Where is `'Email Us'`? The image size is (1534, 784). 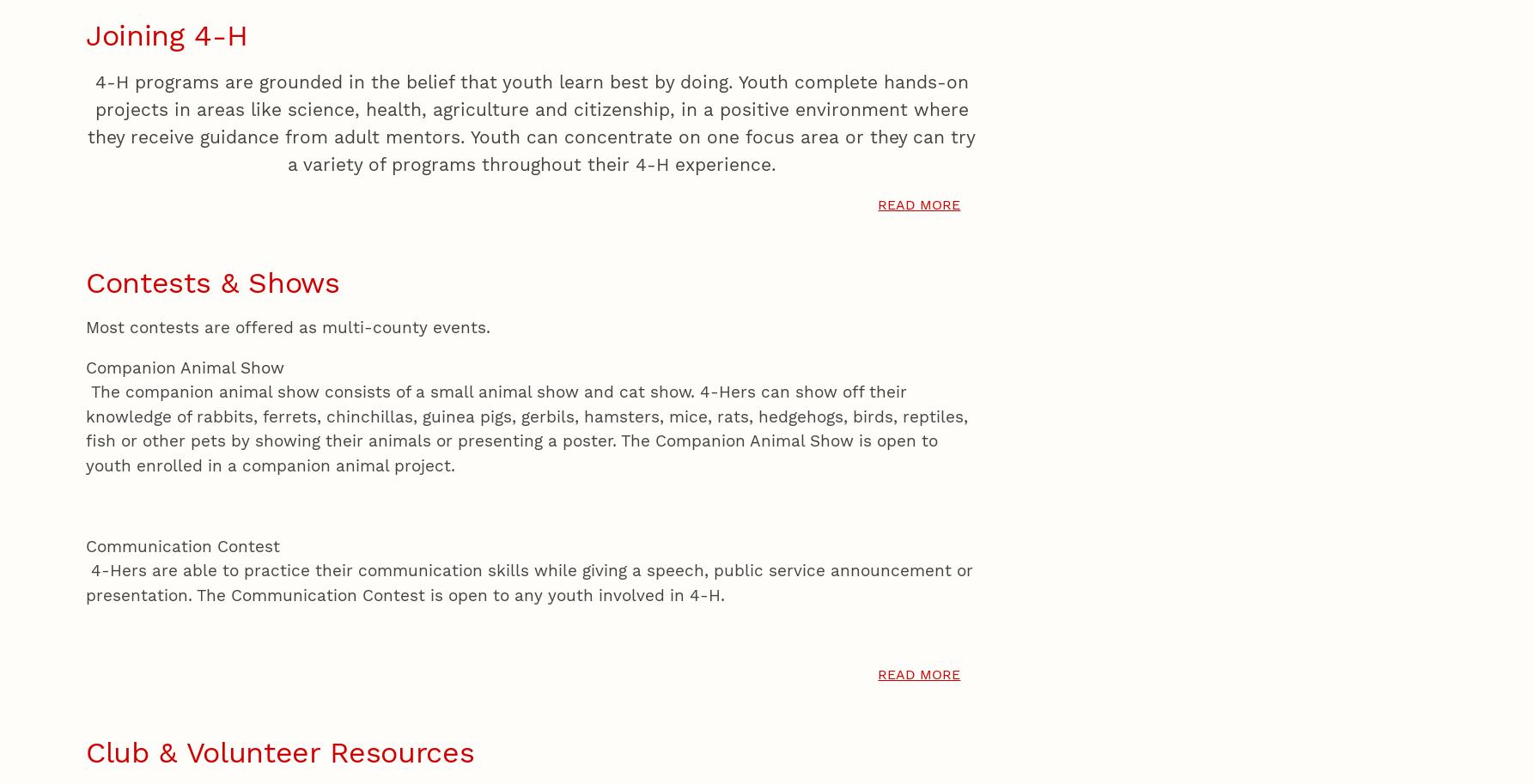
'Email Us' is located at coordinates (1451, 117).